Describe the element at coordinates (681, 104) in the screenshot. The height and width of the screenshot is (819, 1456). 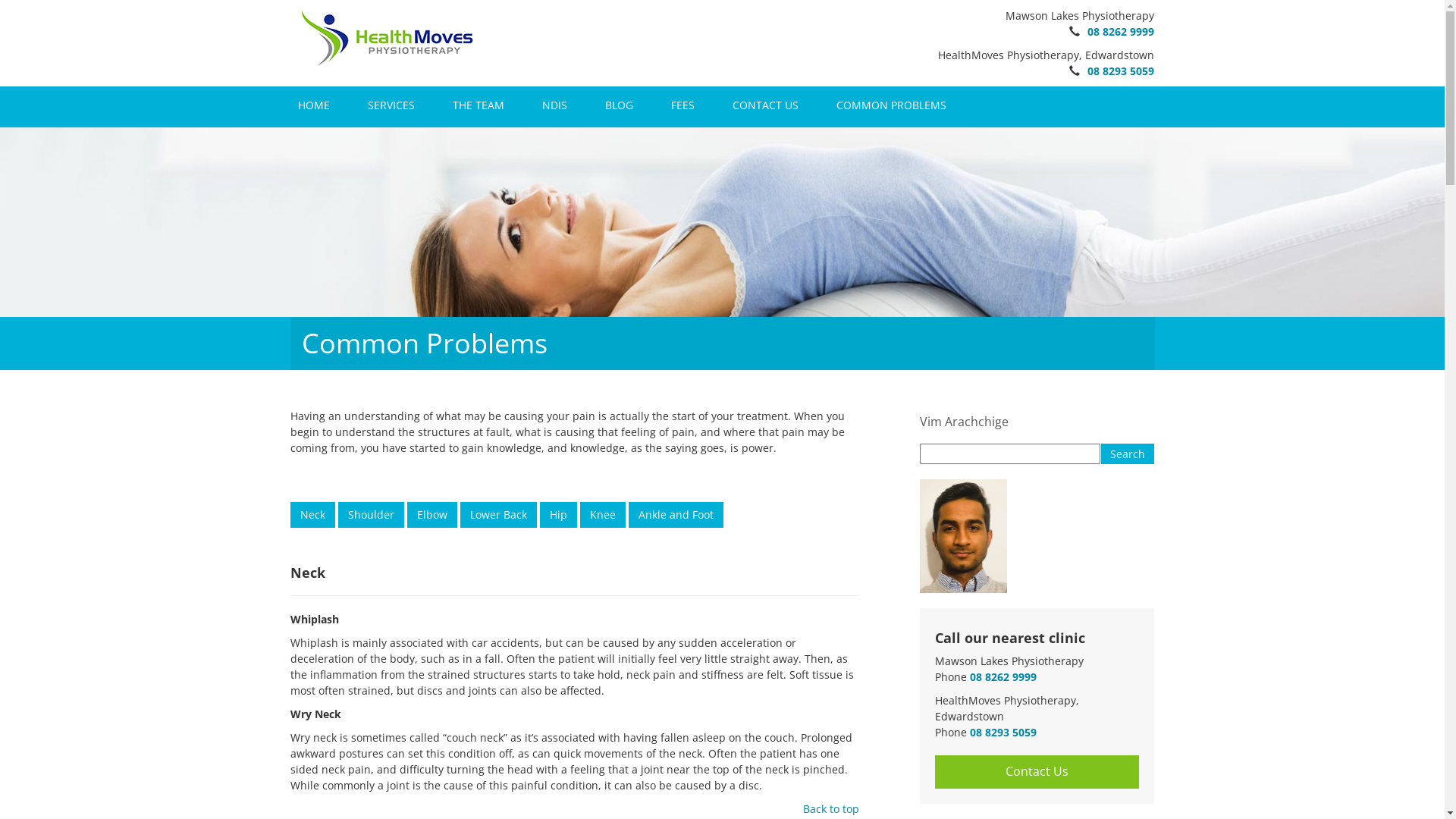
I see `'FEES'` at that location.